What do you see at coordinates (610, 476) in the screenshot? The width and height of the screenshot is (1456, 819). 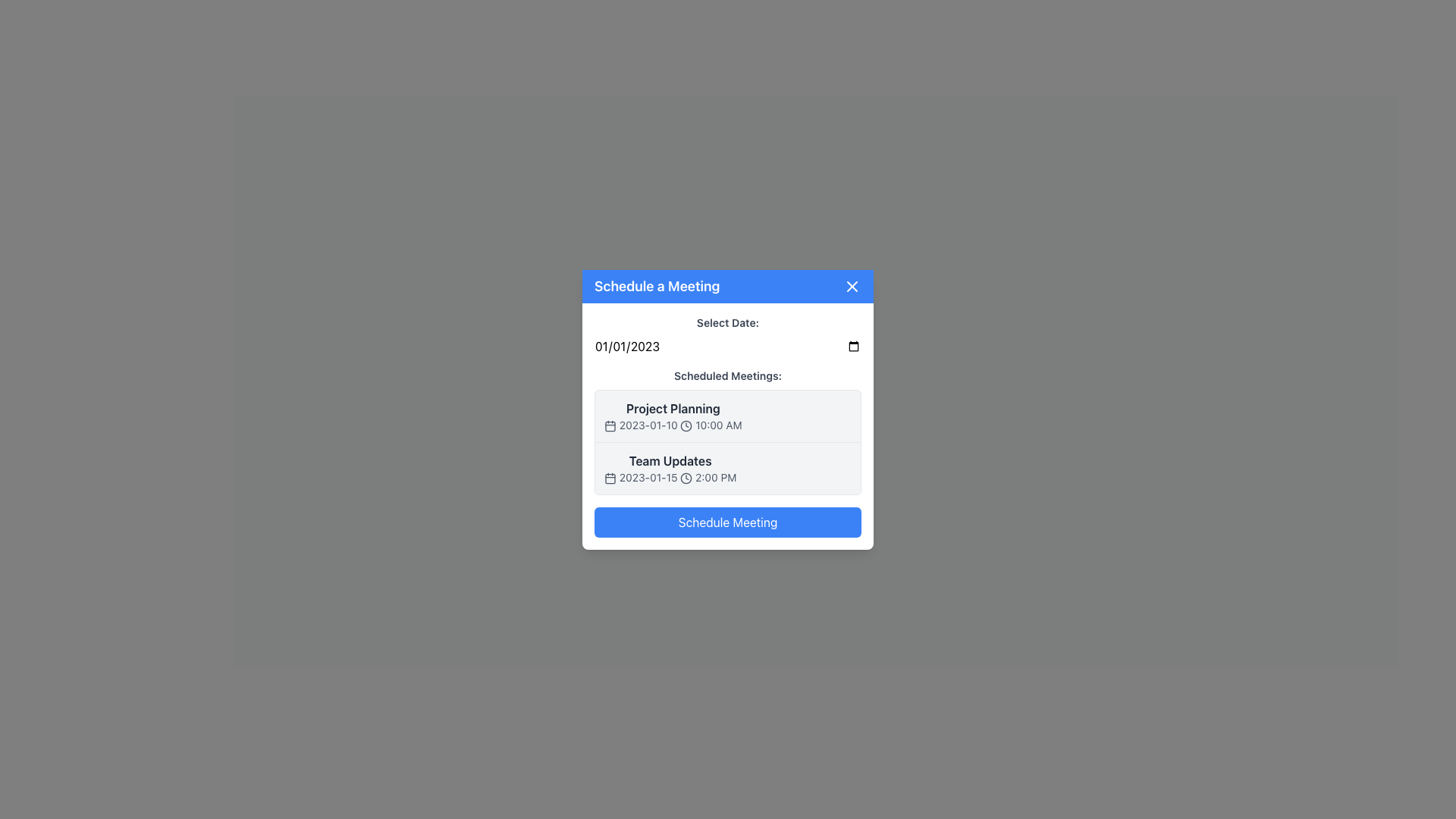 I see `the date icon in the 'Scheduled Meetings' section for 'Team Updates', which is the first icon on the left side of the row` at bounding box center [610, 476].